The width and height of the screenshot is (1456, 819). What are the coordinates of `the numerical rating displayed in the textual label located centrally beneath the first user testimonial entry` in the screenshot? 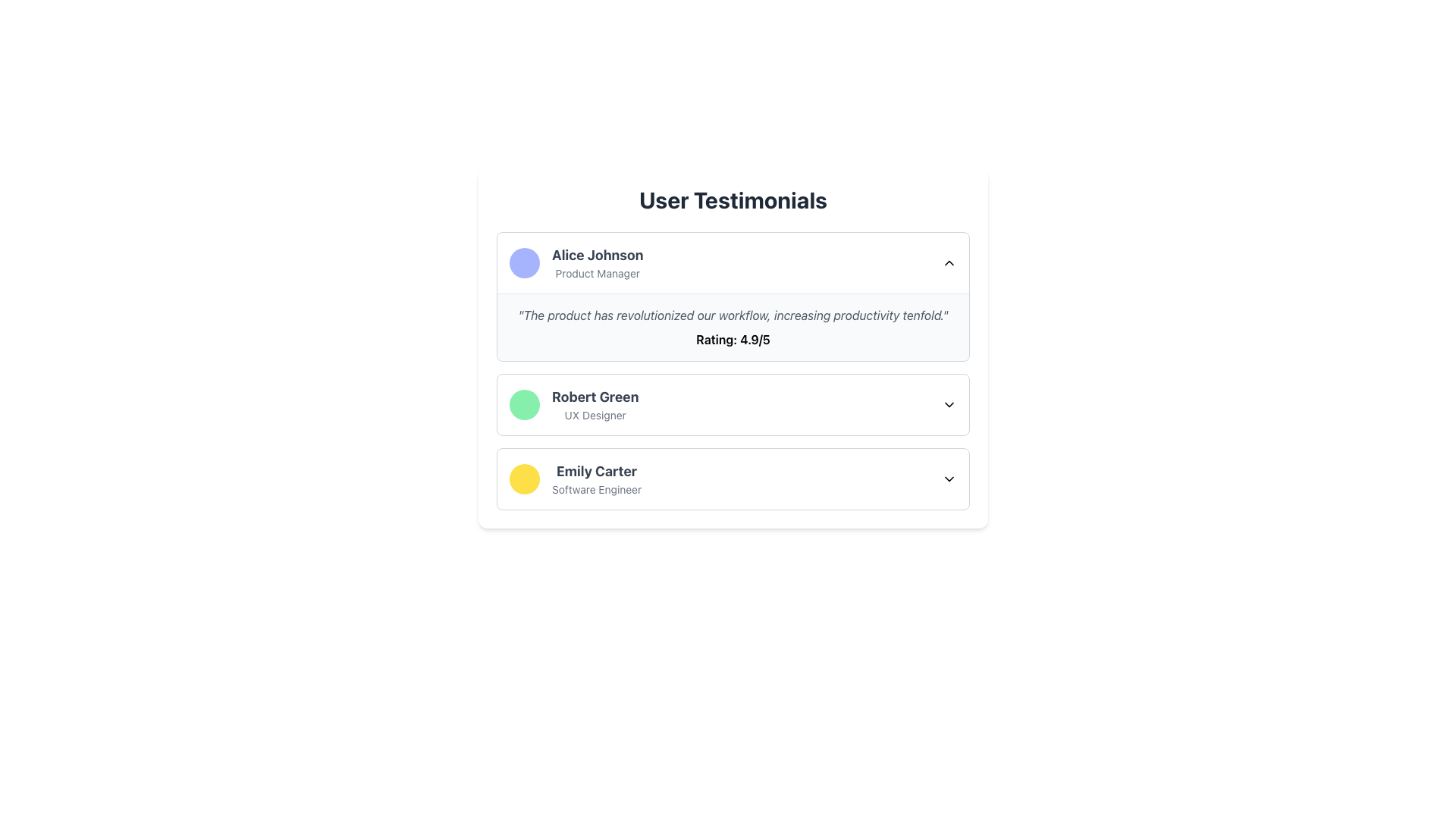 It's located at (733, 338).